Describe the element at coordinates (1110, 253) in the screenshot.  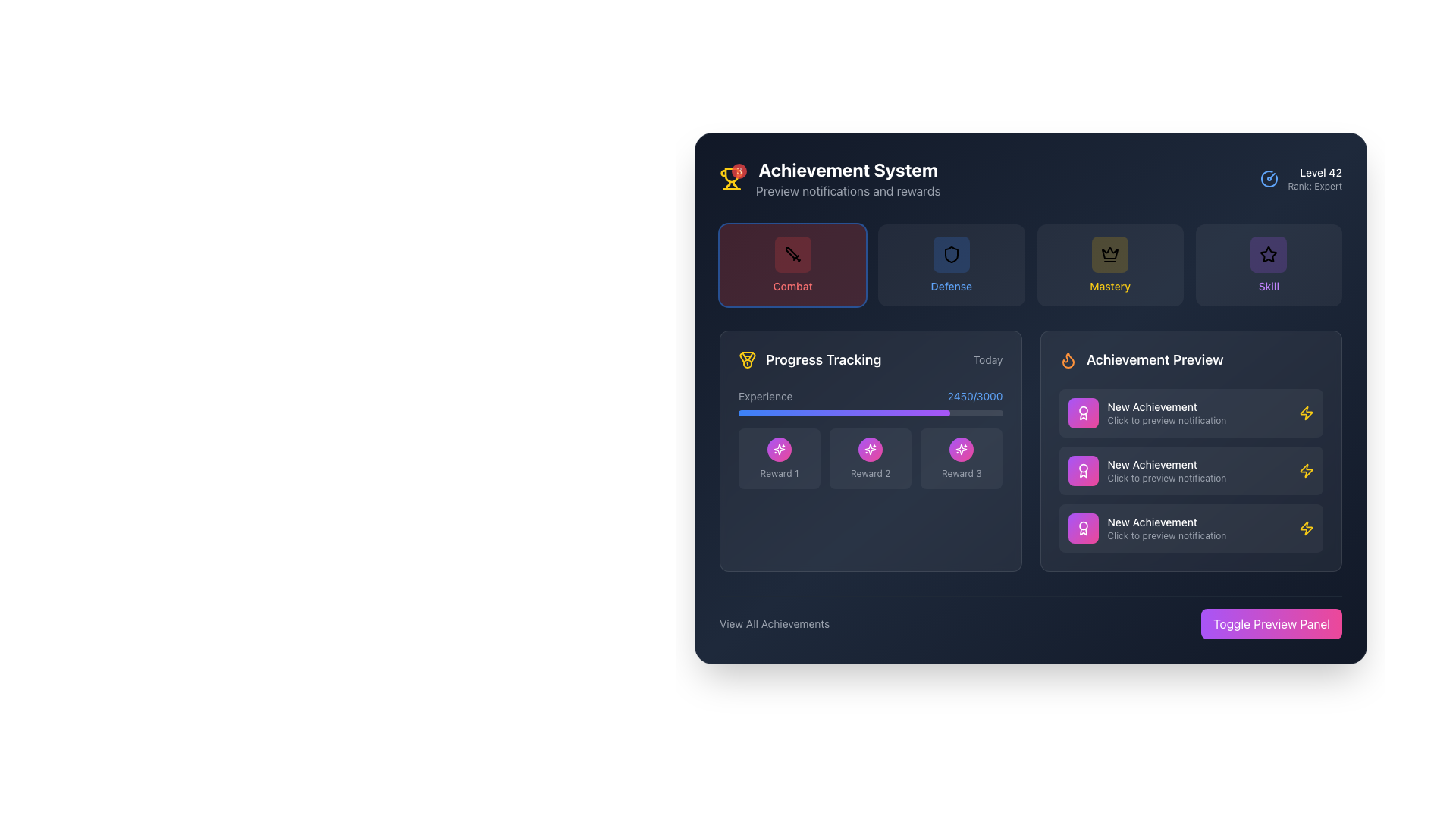
I see `the 'Mastery' icon` at that location.